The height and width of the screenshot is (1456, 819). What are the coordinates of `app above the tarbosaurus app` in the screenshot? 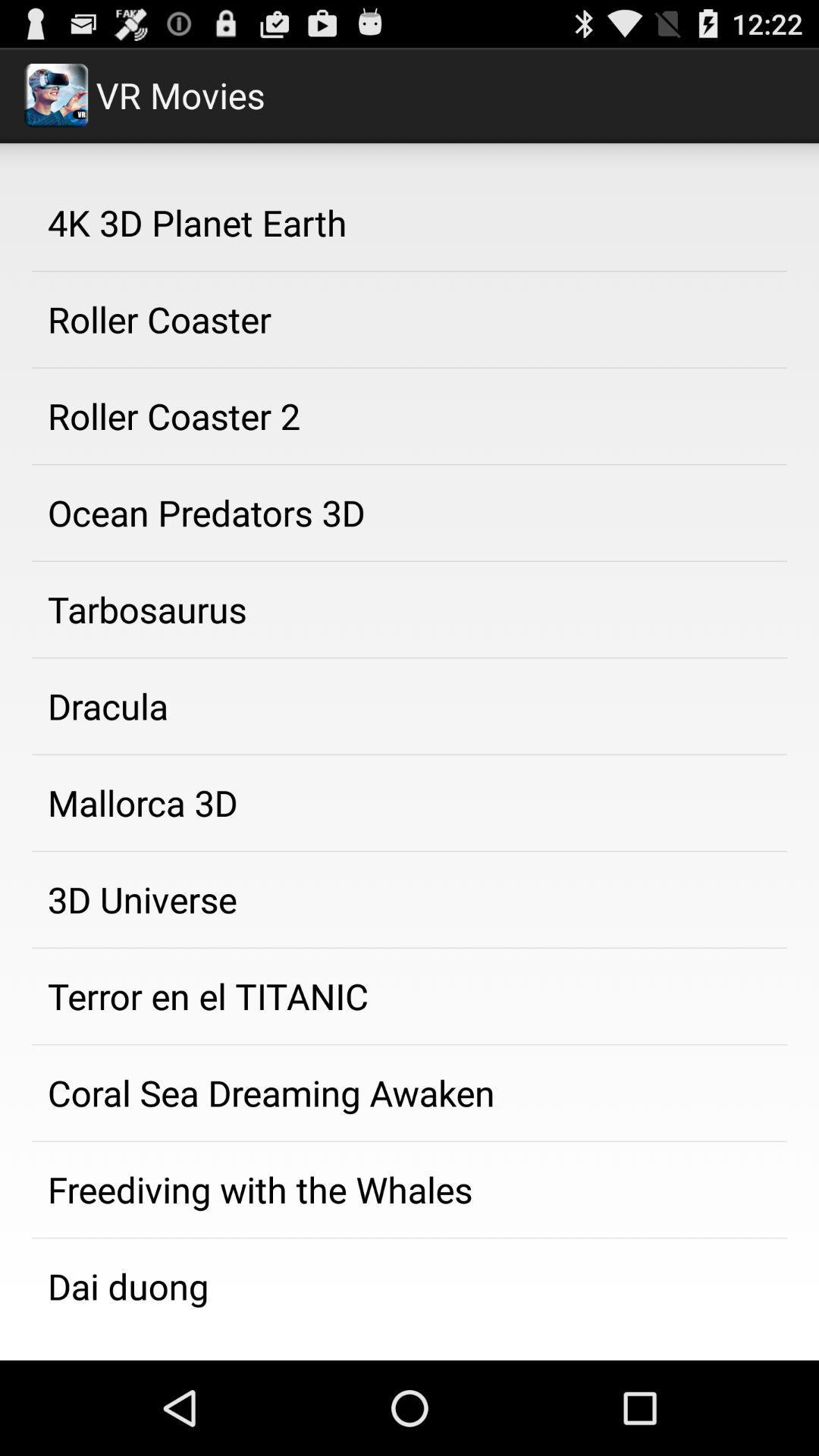 It's located at (409, 513).